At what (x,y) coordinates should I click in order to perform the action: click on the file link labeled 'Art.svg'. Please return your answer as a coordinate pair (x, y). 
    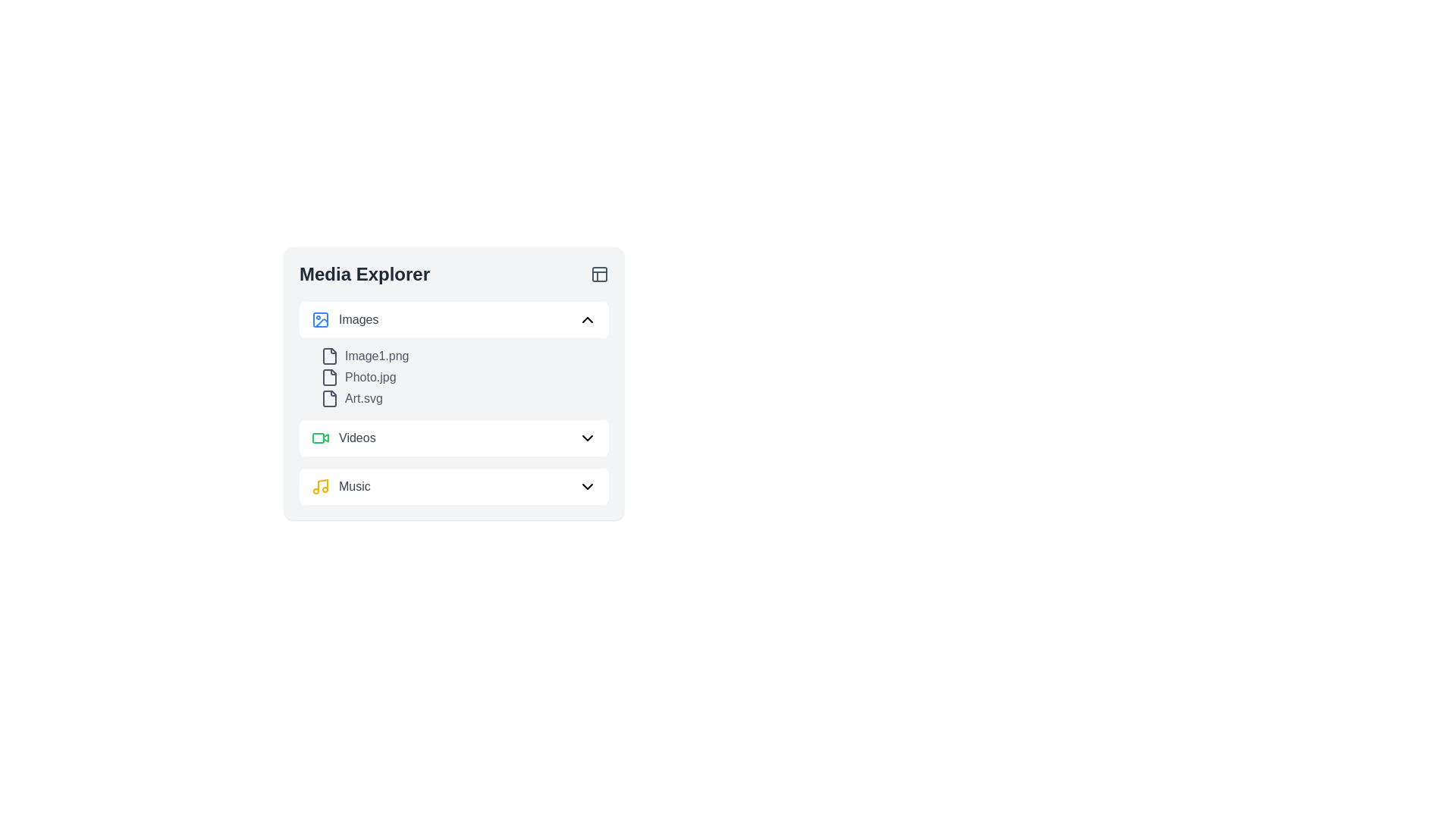
    Looking at the image, I should click on (464, 397).